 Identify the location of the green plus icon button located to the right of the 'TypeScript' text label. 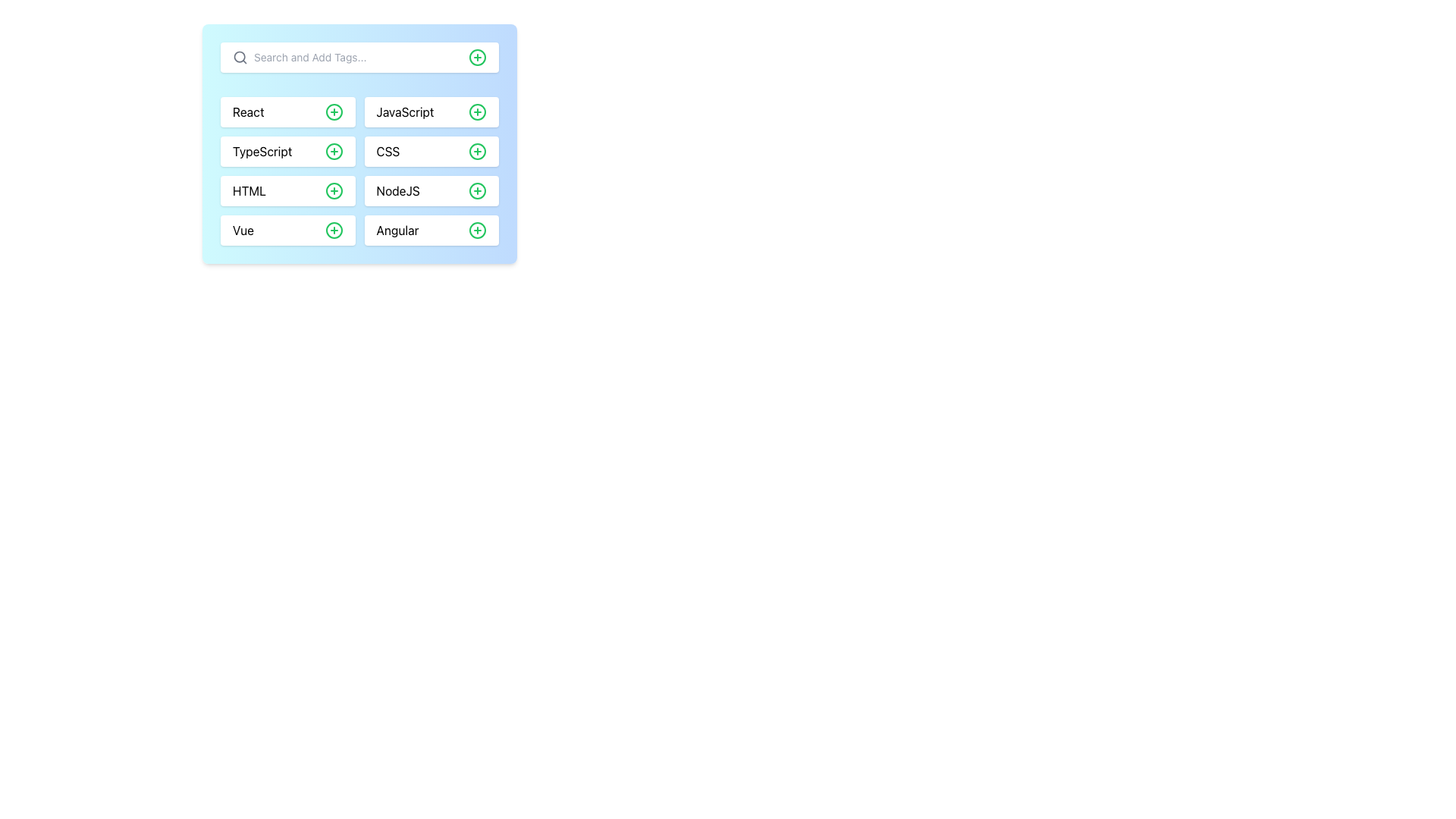
(333, 152).